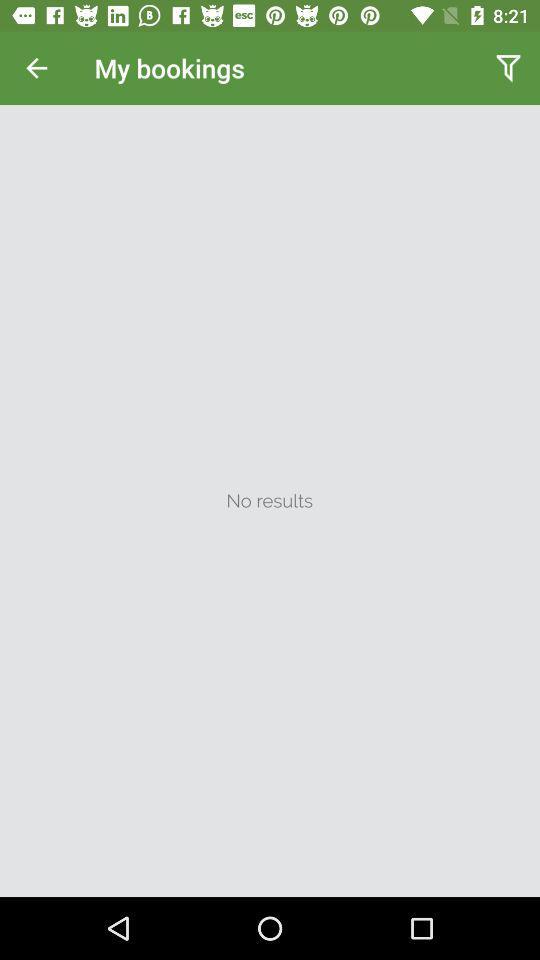  Describe the element at coordinates (36, 68) in the screenshot. I see `app to the left of the my bookings` at that location.